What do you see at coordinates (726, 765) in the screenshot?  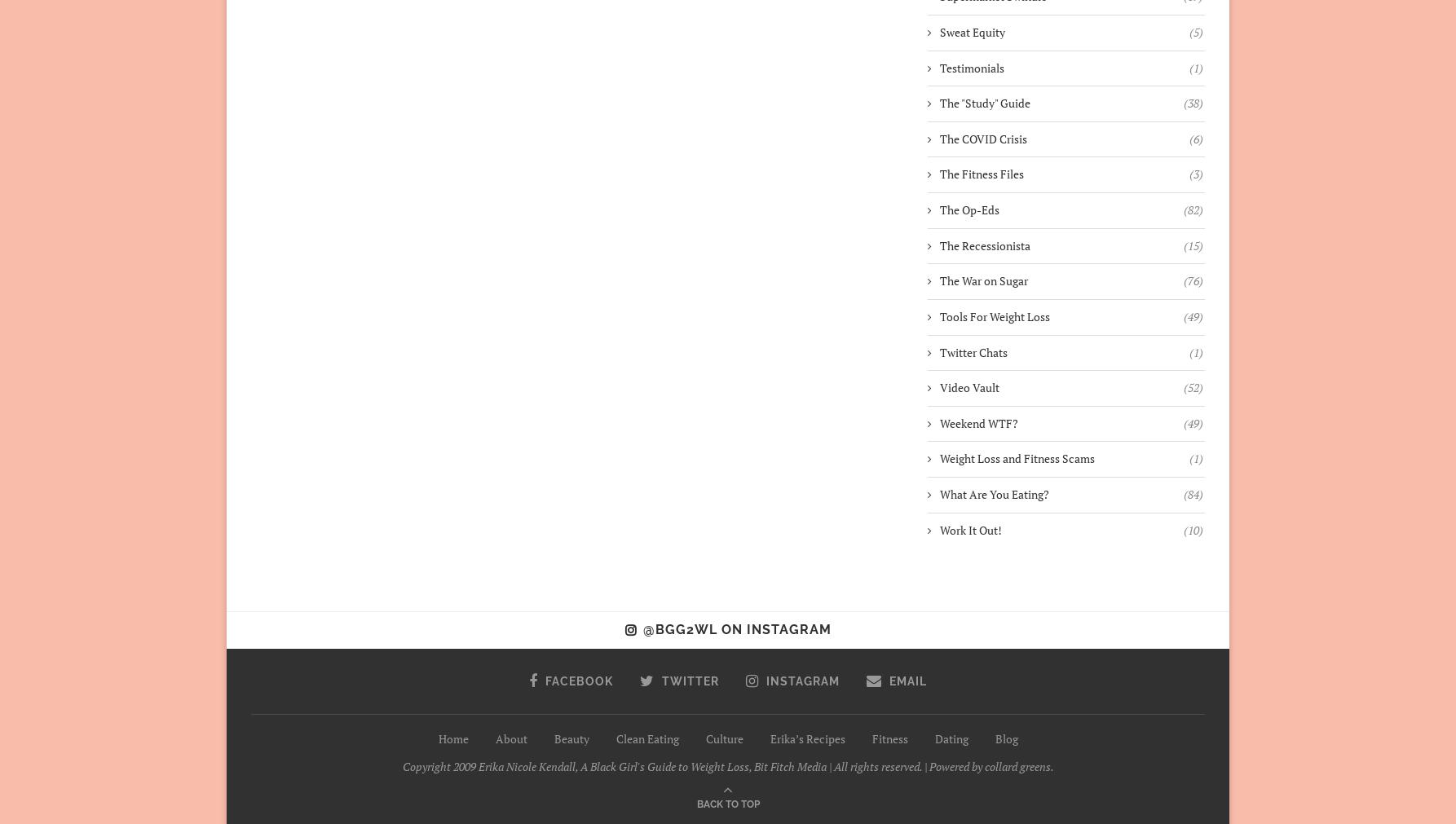 I see `'Copyright 2009 Erika Nicole Kendall, A Black Girl's Guide to Weight Loss, Bit Fitch Media | All rights reserved. | Powered by collard greens.'` at bounding box center [726, 765].